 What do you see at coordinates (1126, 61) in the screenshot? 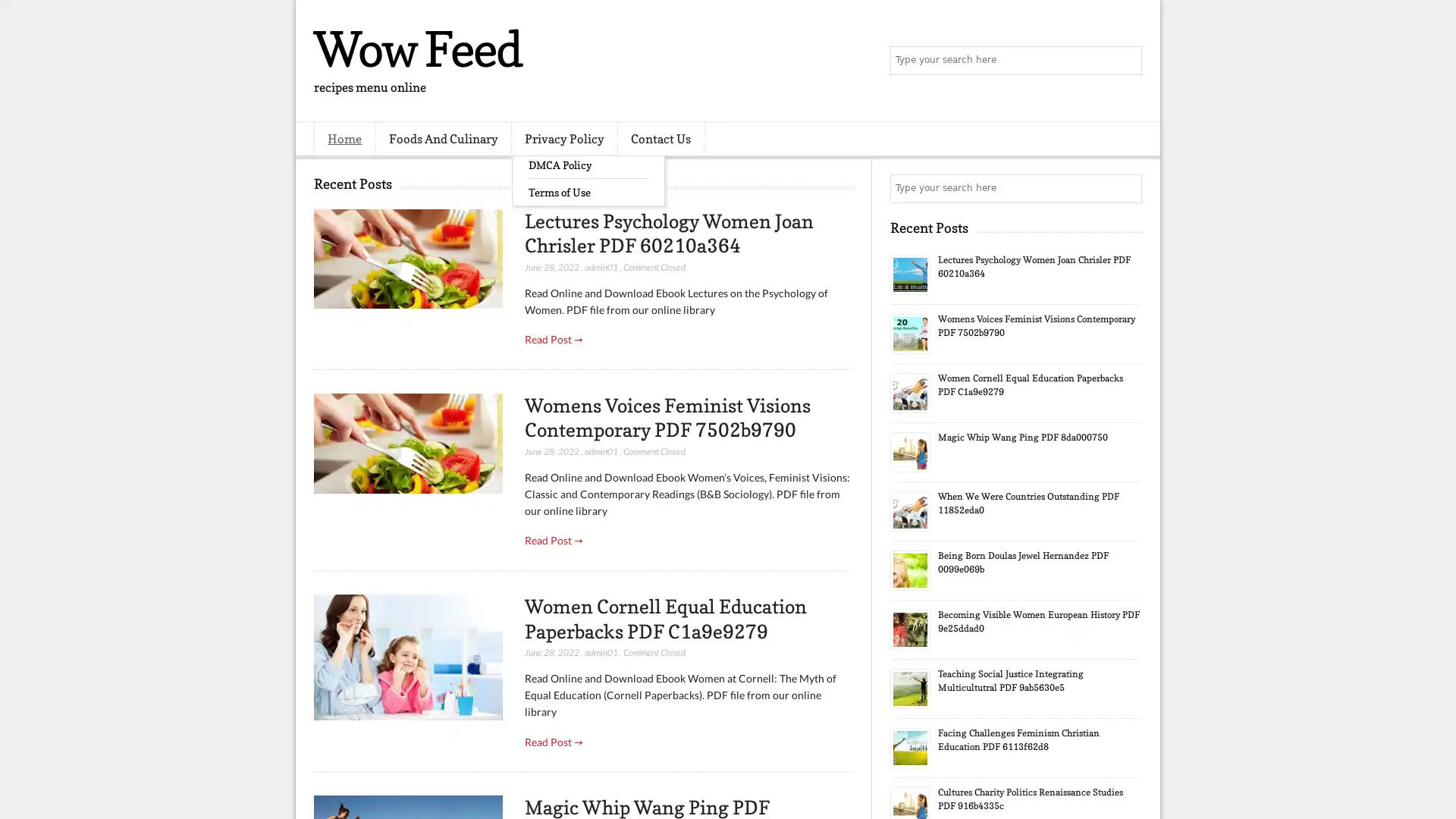
I see `Search` at bounding box center [1126, 61].